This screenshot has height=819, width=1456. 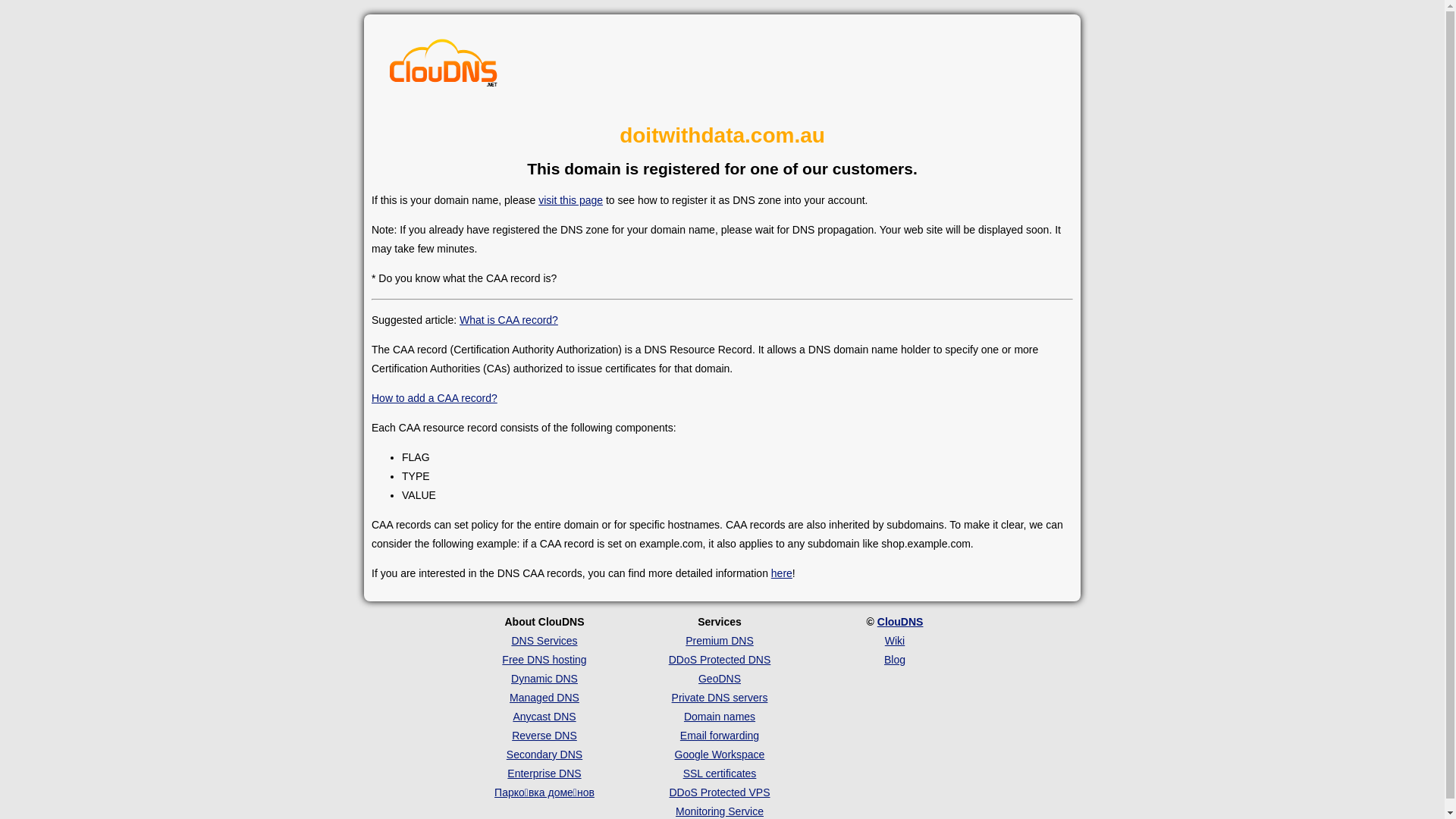 What do you see at coordinates (718, 792) in the screenshot?
I see `'DDoS Protected VPS'` at bounding box center [718, 792].